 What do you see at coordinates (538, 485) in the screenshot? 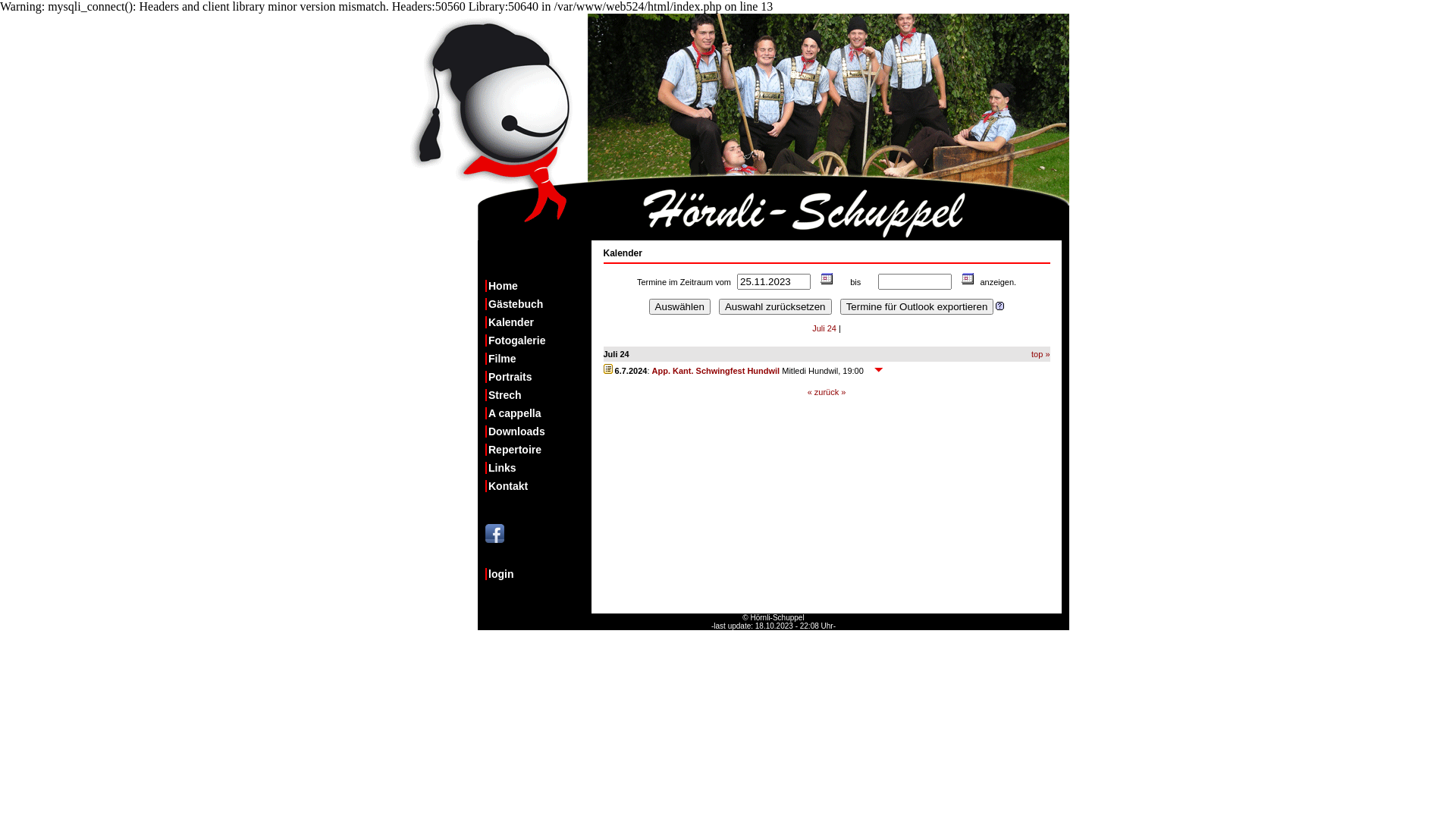
I see `'Kontakt'` at bounding box center [538, 485].